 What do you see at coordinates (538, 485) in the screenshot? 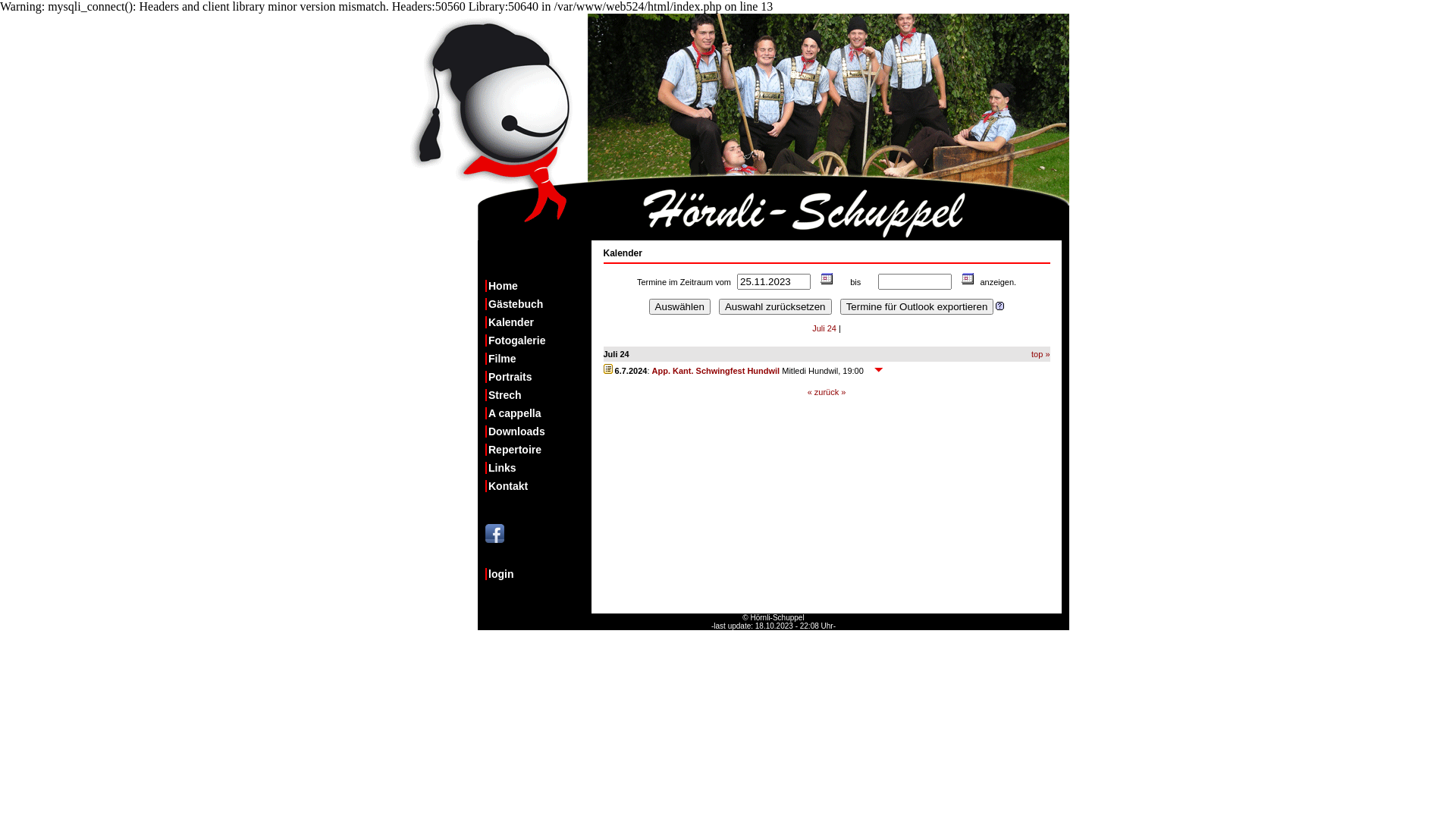
I see `'Kontakt'` at bounding box center [538, 485].